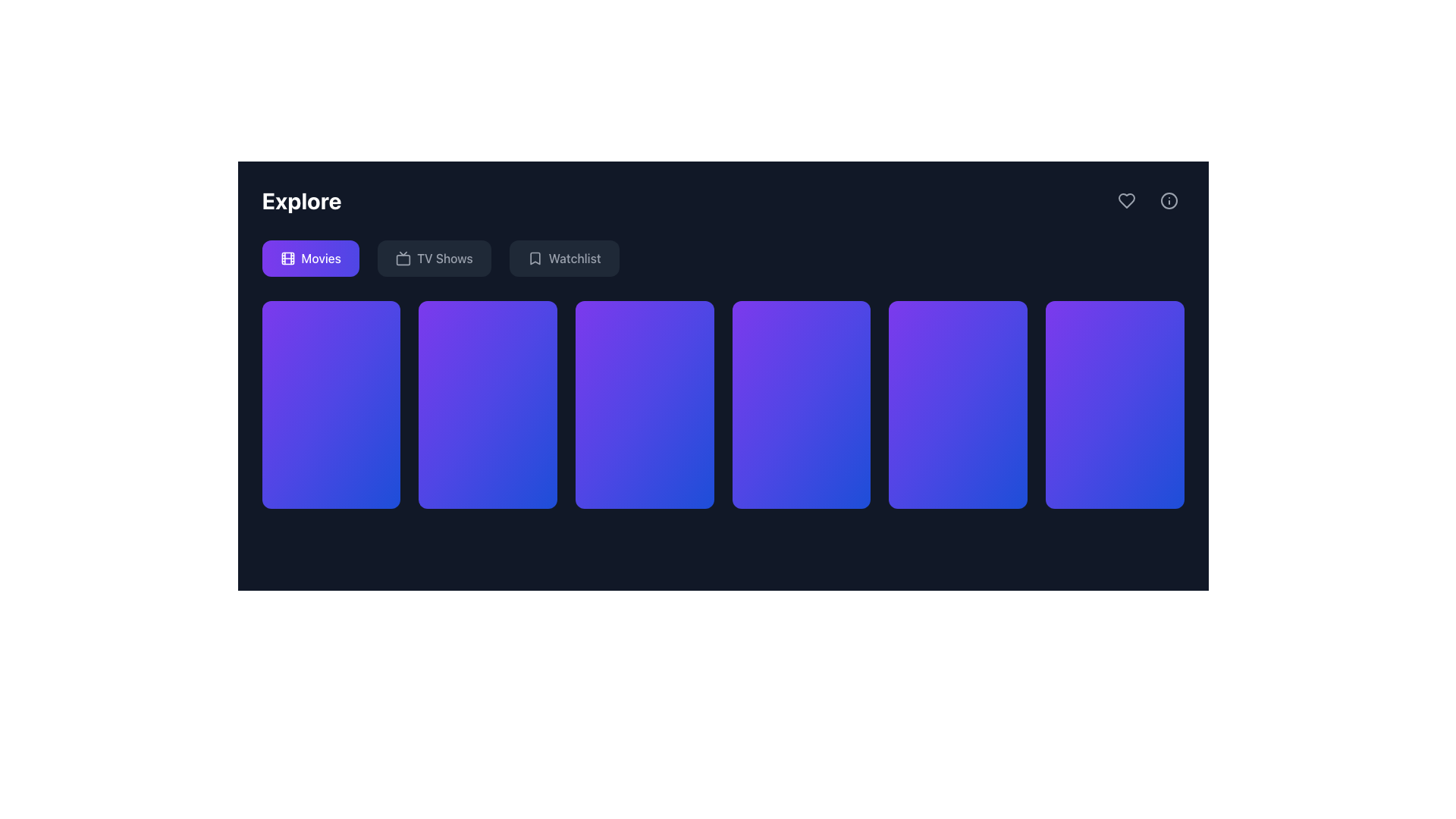 This screenshot has width=1456, height=819. What do you see at coordinates (1168, 200) in the screenshot?
I see `the information icon, which is a small circular icon with a gray stroke located at the top-right corner of the interface, adjacent to a heart-shaped icon` at bounding box center [1168, 200].